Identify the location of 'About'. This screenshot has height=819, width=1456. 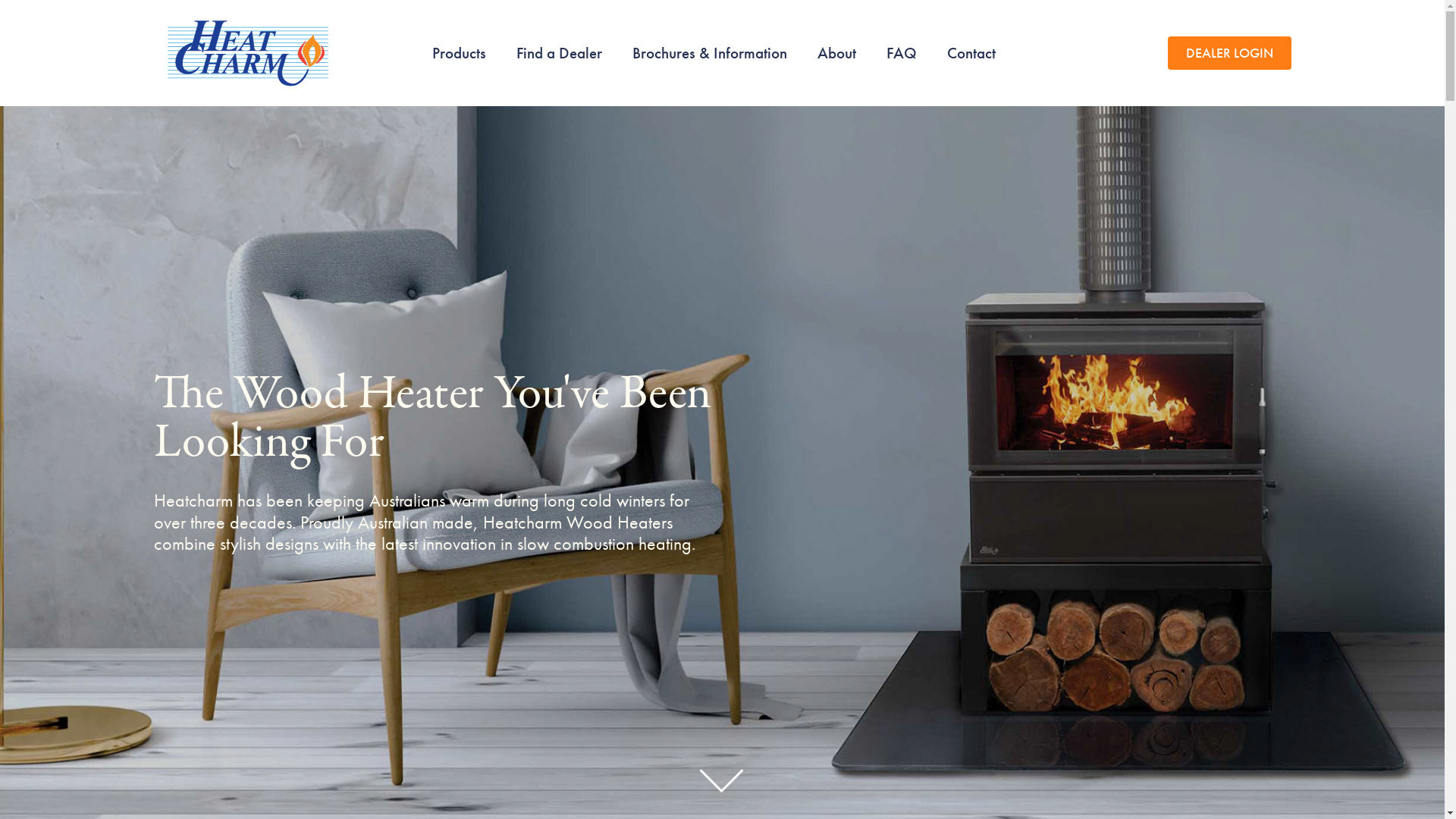
(836, 52).